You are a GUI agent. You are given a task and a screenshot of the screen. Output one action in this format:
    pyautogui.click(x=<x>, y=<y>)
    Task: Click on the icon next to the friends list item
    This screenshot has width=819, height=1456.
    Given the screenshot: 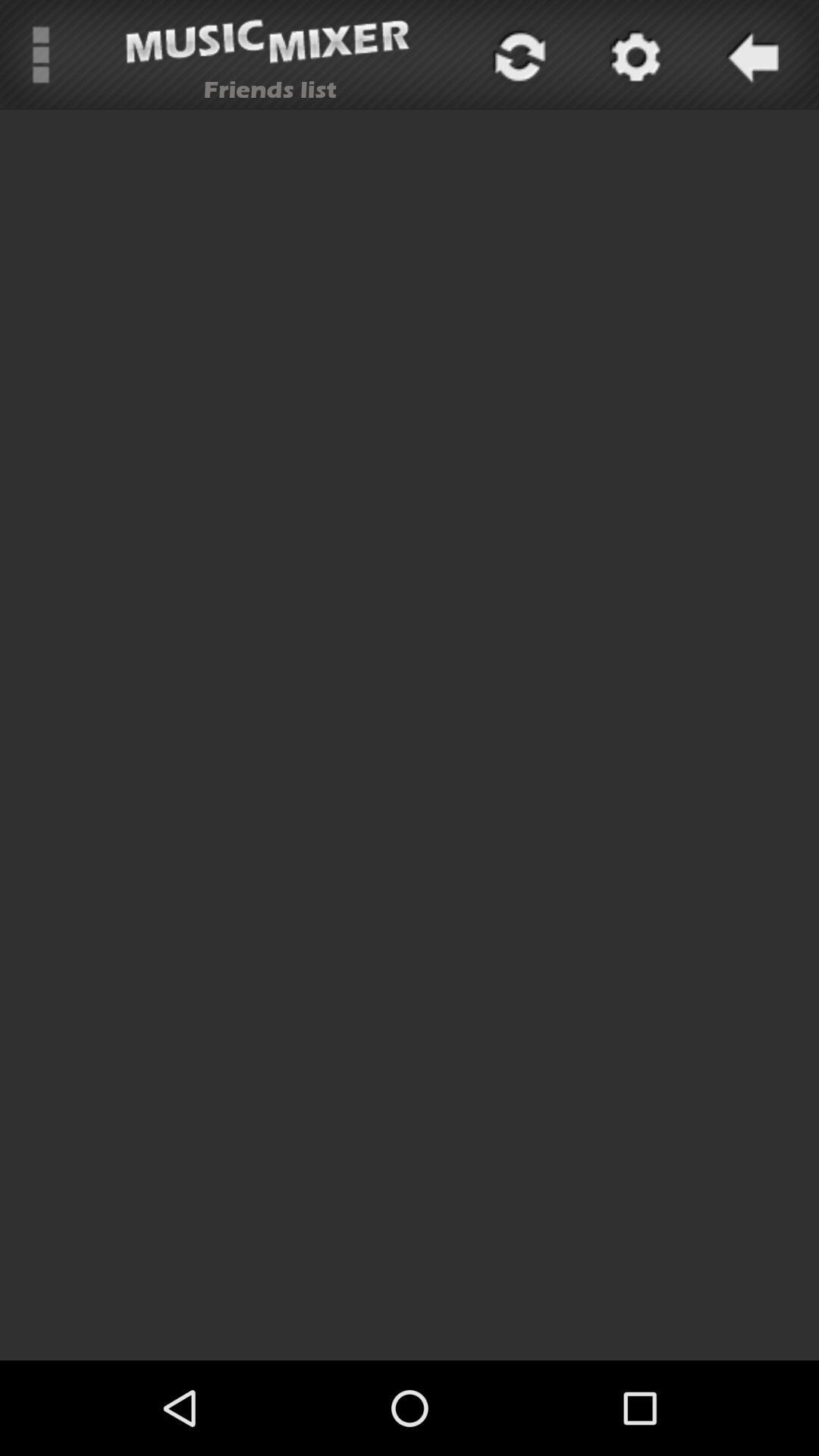 What is the action you would take?
    pyautogui.click(x=516, y=55)
    